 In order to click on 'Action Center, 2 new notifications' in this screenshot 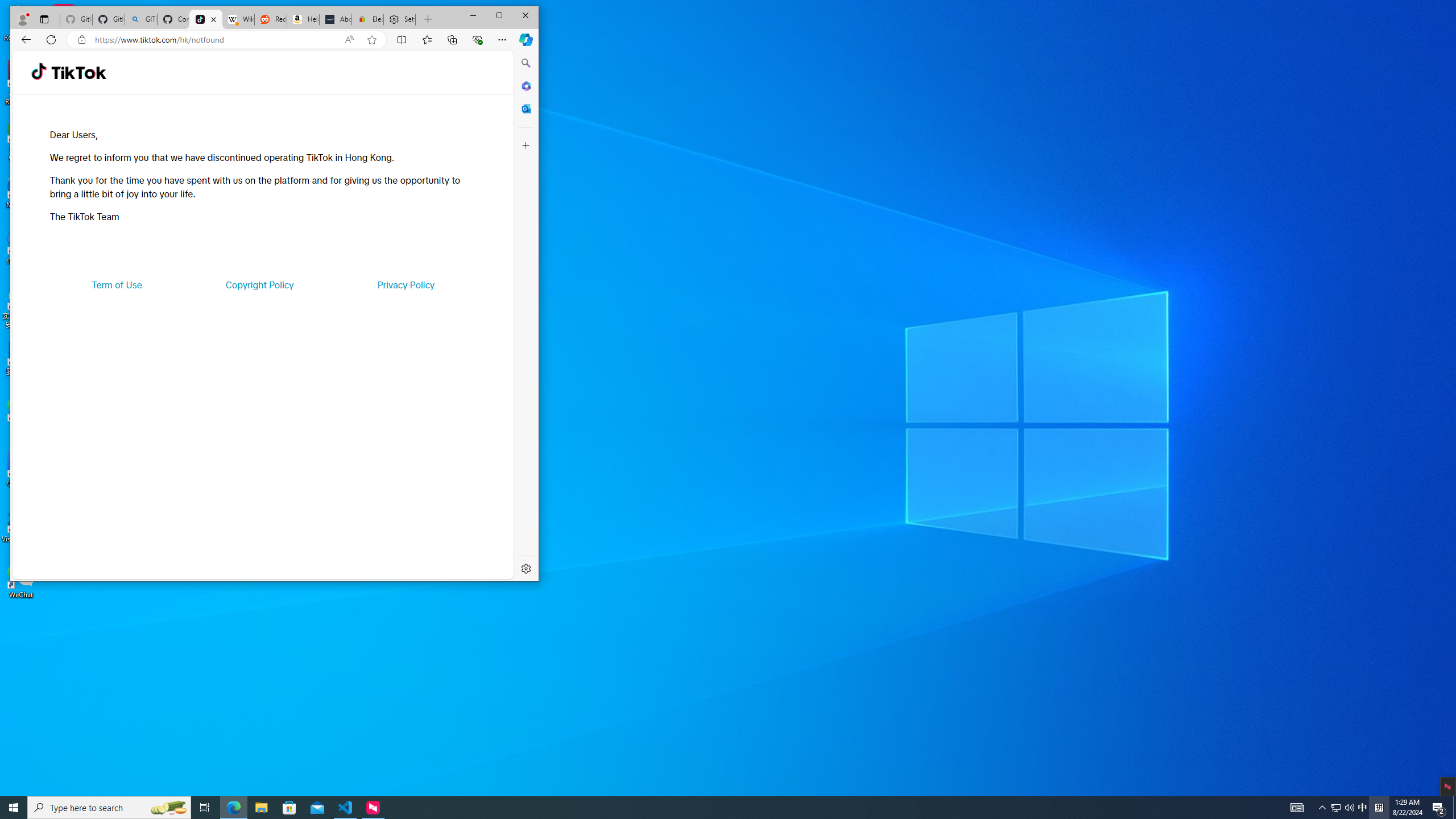, I will do `click(1439, 806)`.